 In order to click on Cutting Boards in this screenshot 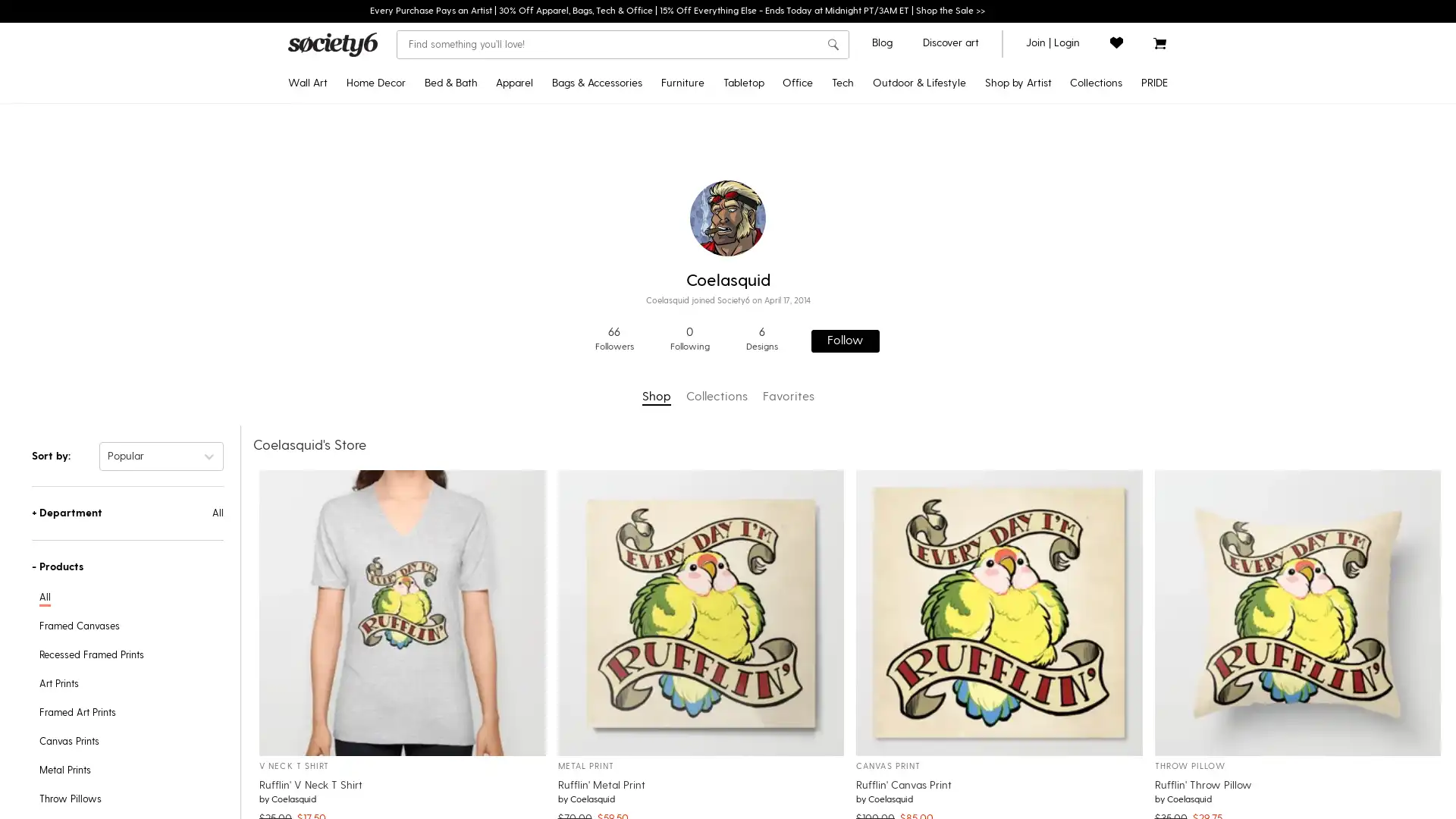, I will do `click(771, 315)`.